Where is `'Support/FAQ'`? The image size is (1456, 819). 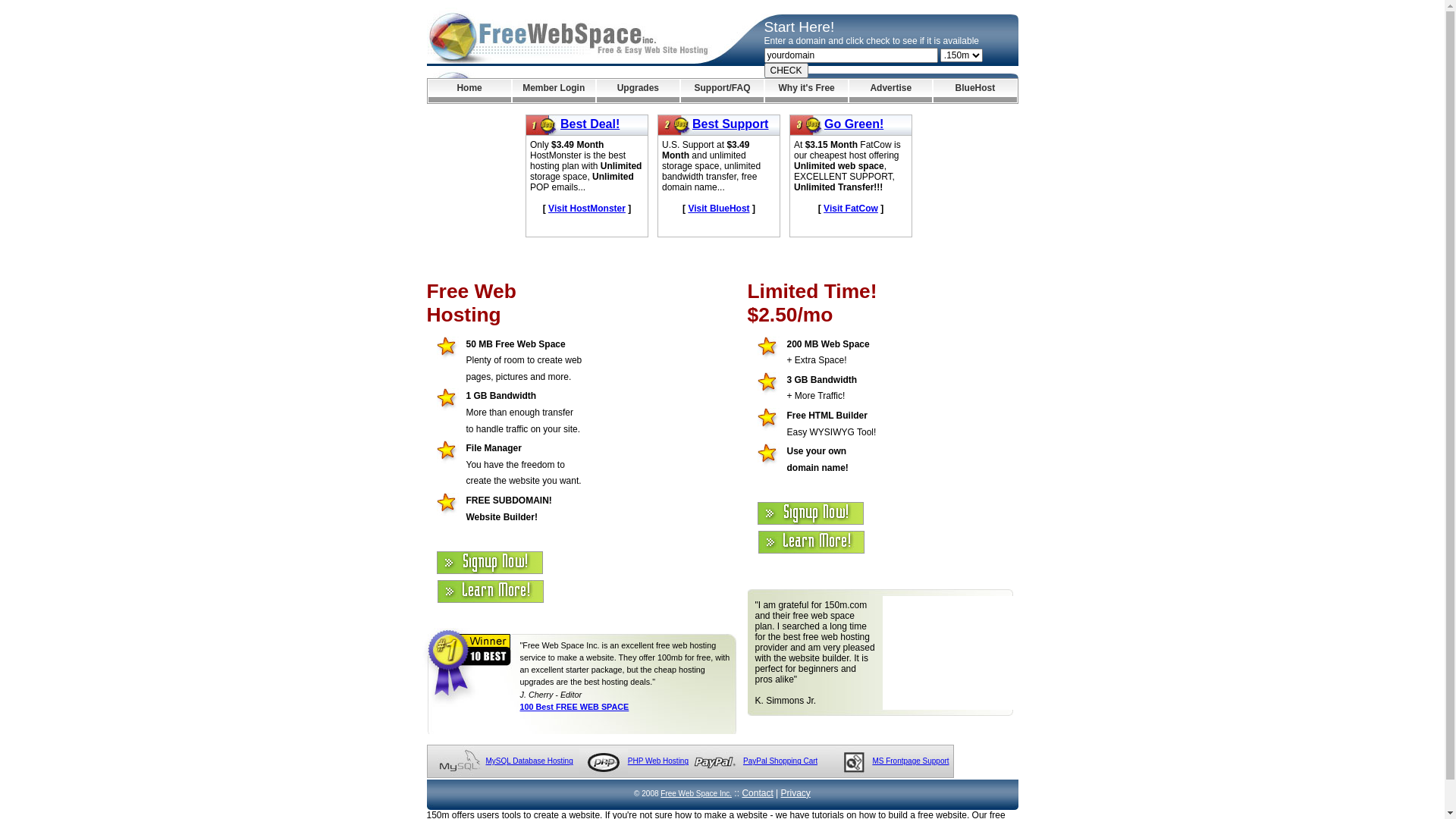 'Support/FAQ' is located at coordinates (721, 90).